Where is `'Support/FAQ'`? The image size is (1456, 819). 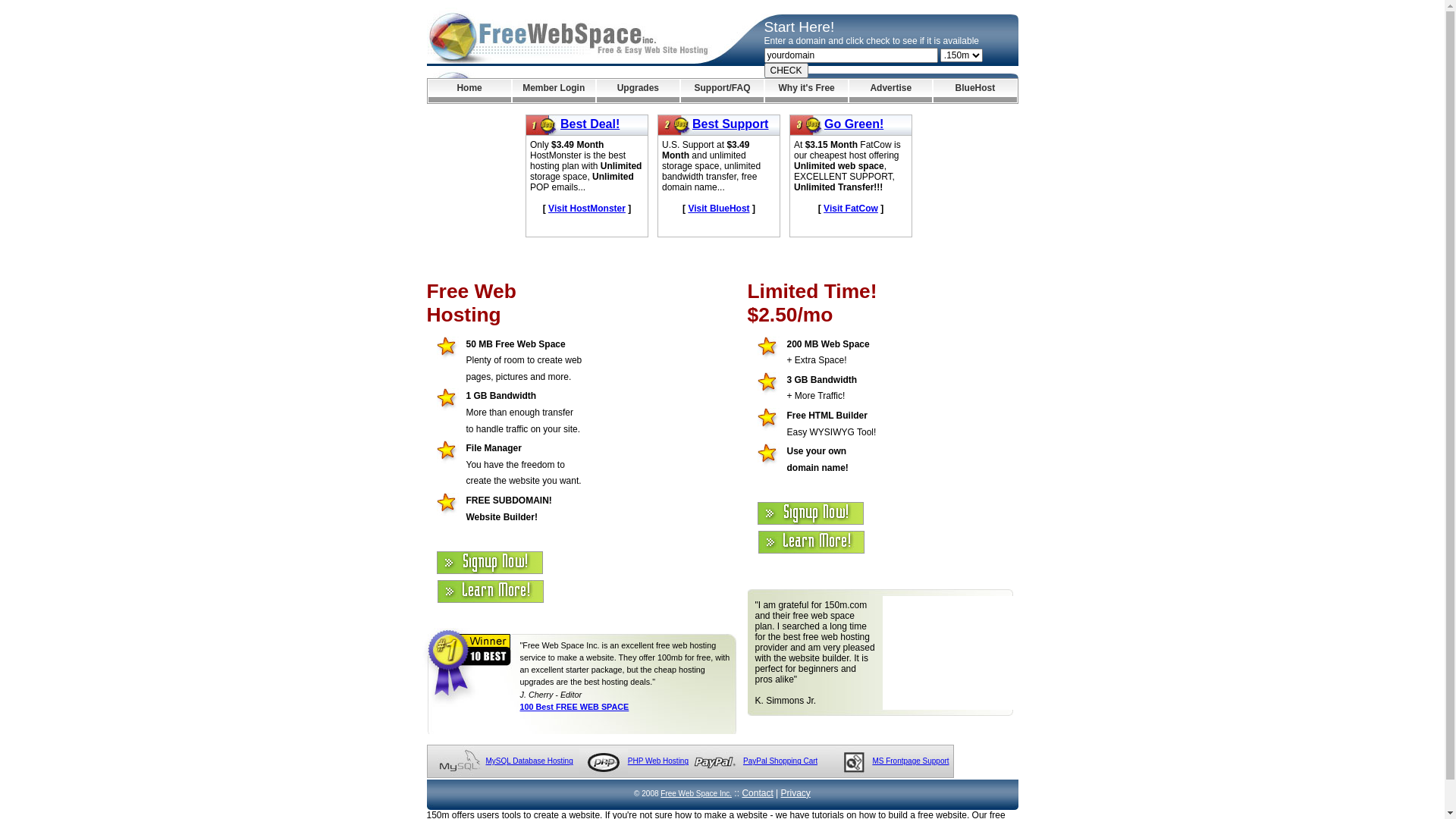 'Support/FAQ' is located at coordinates (721, 90).